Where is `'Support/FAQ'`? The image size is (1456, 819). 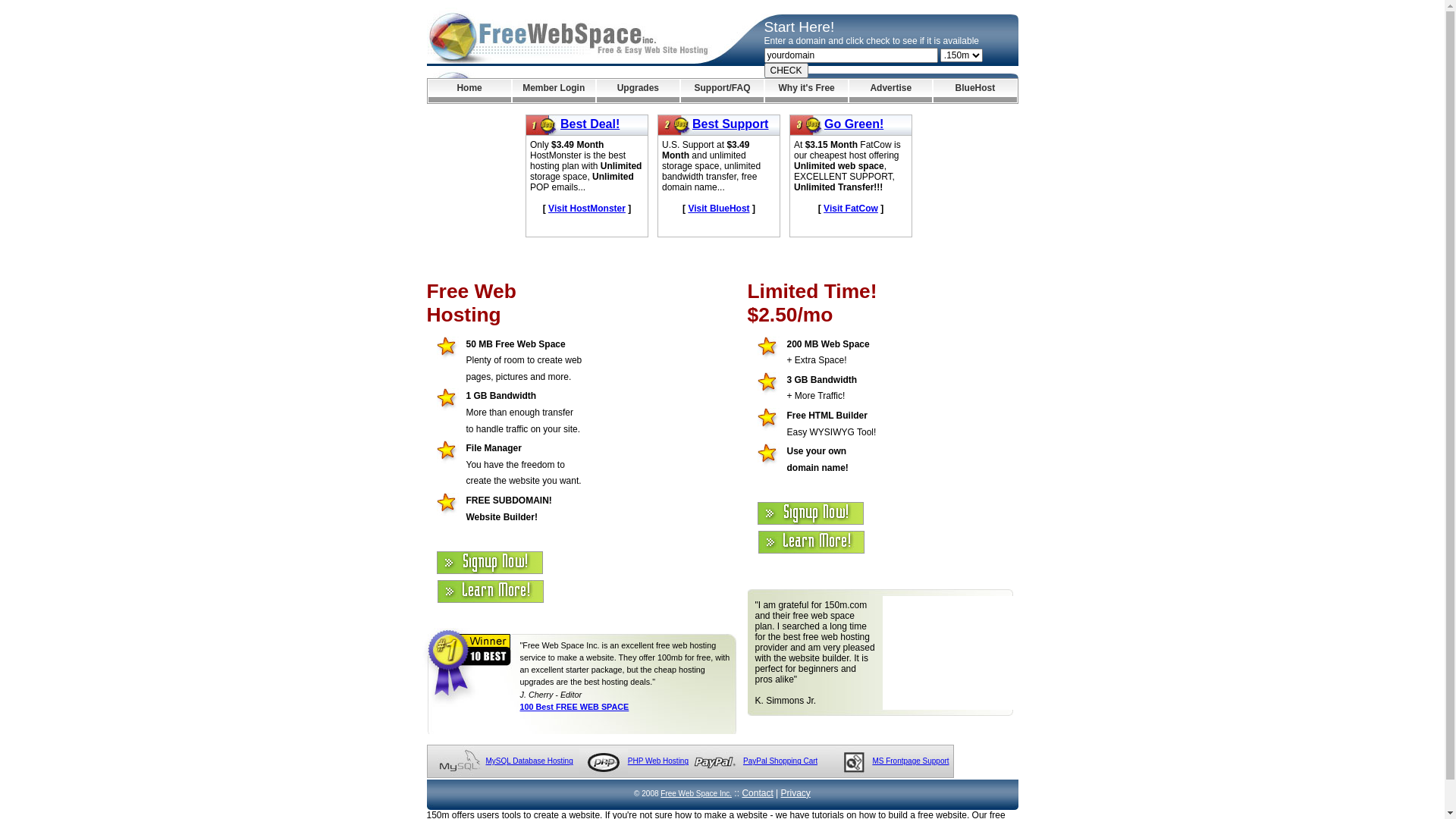 'Support/FAQ' is located at coordinates (721, 90).